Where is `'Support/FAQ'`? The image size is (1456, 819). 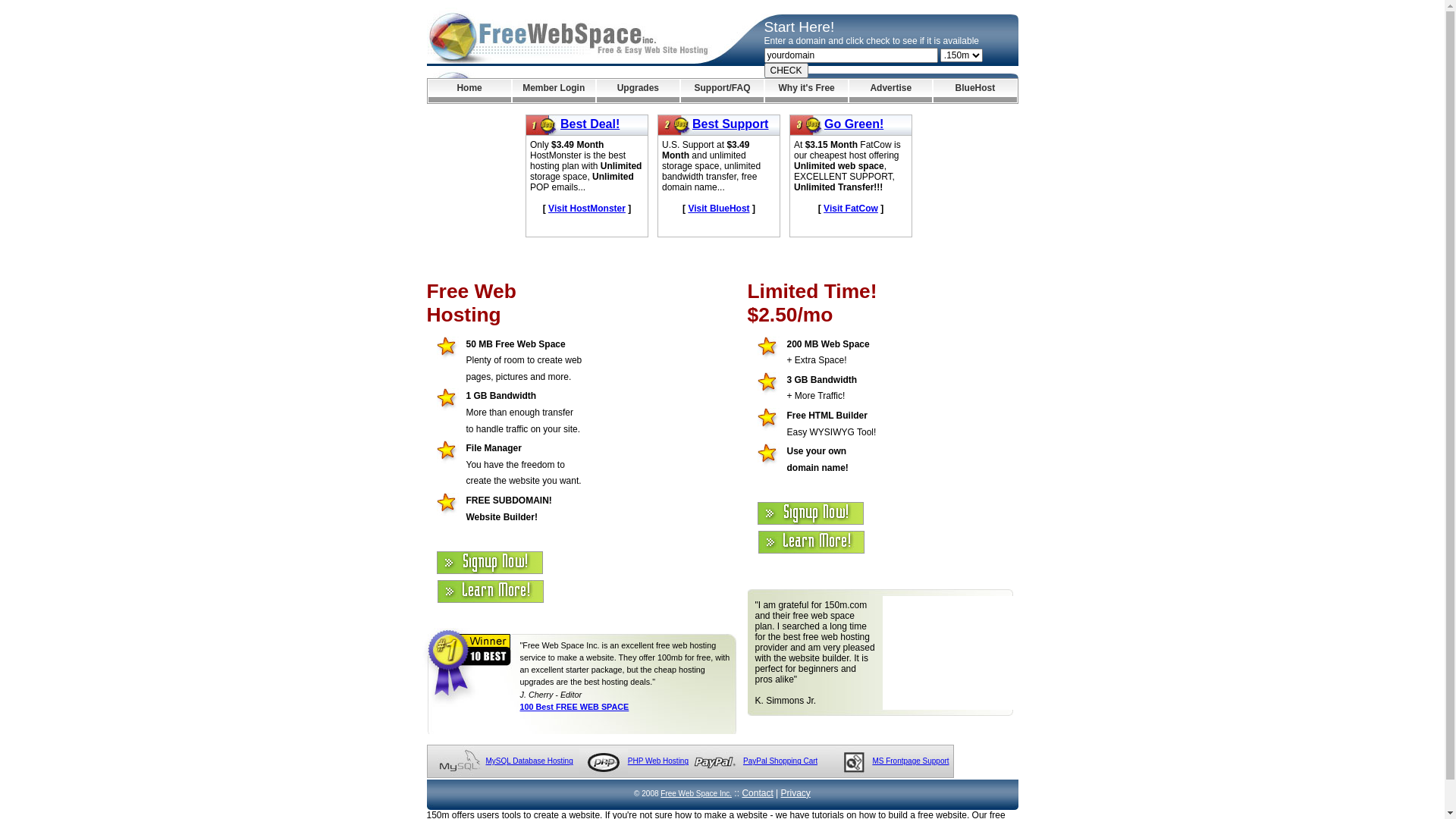 'Support/FAQ' is located at coordinates (721, 90).